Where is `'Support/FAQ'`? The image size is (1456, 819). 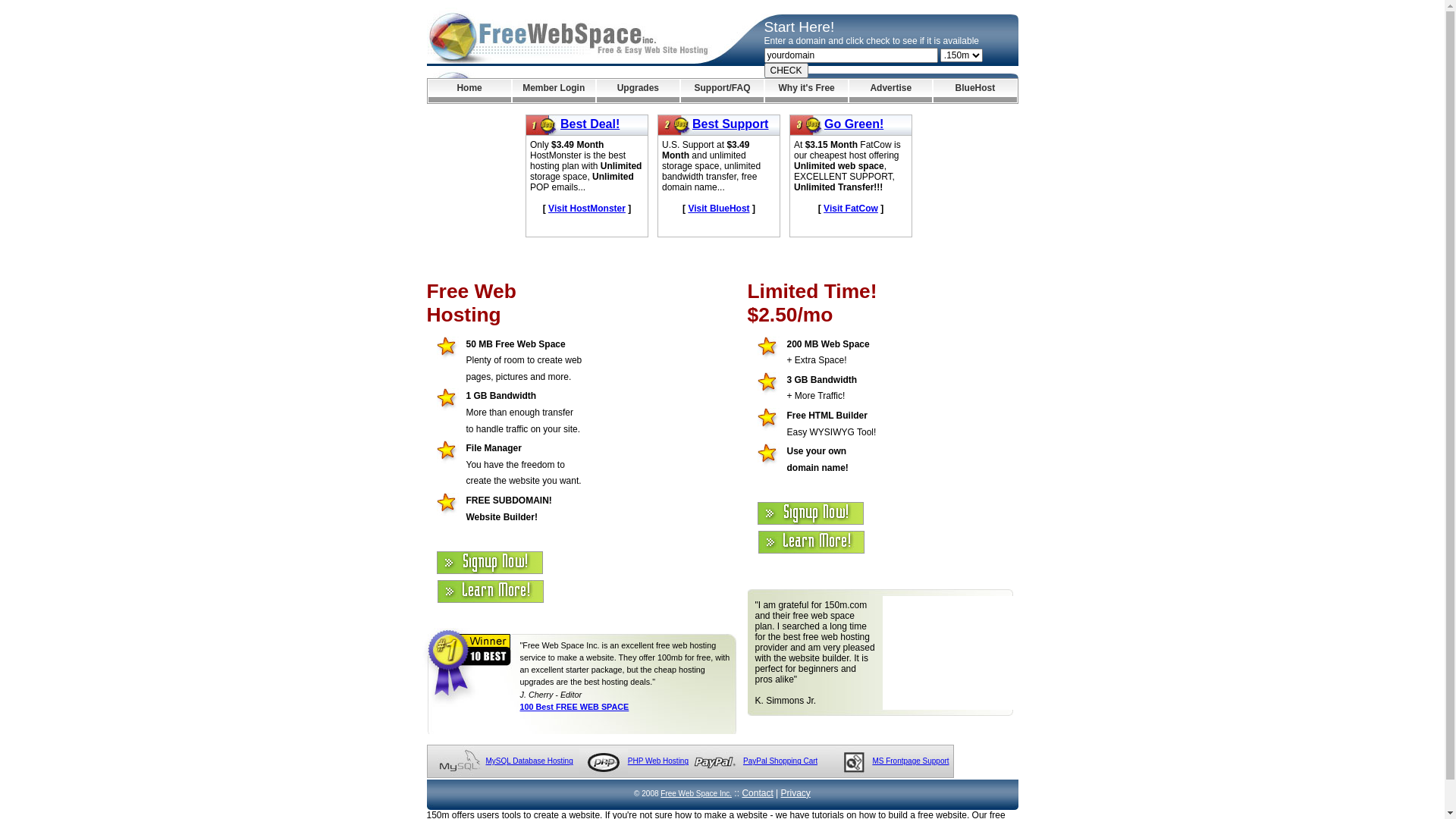 'Support/FAQ' is located at coordinates (721, 90).